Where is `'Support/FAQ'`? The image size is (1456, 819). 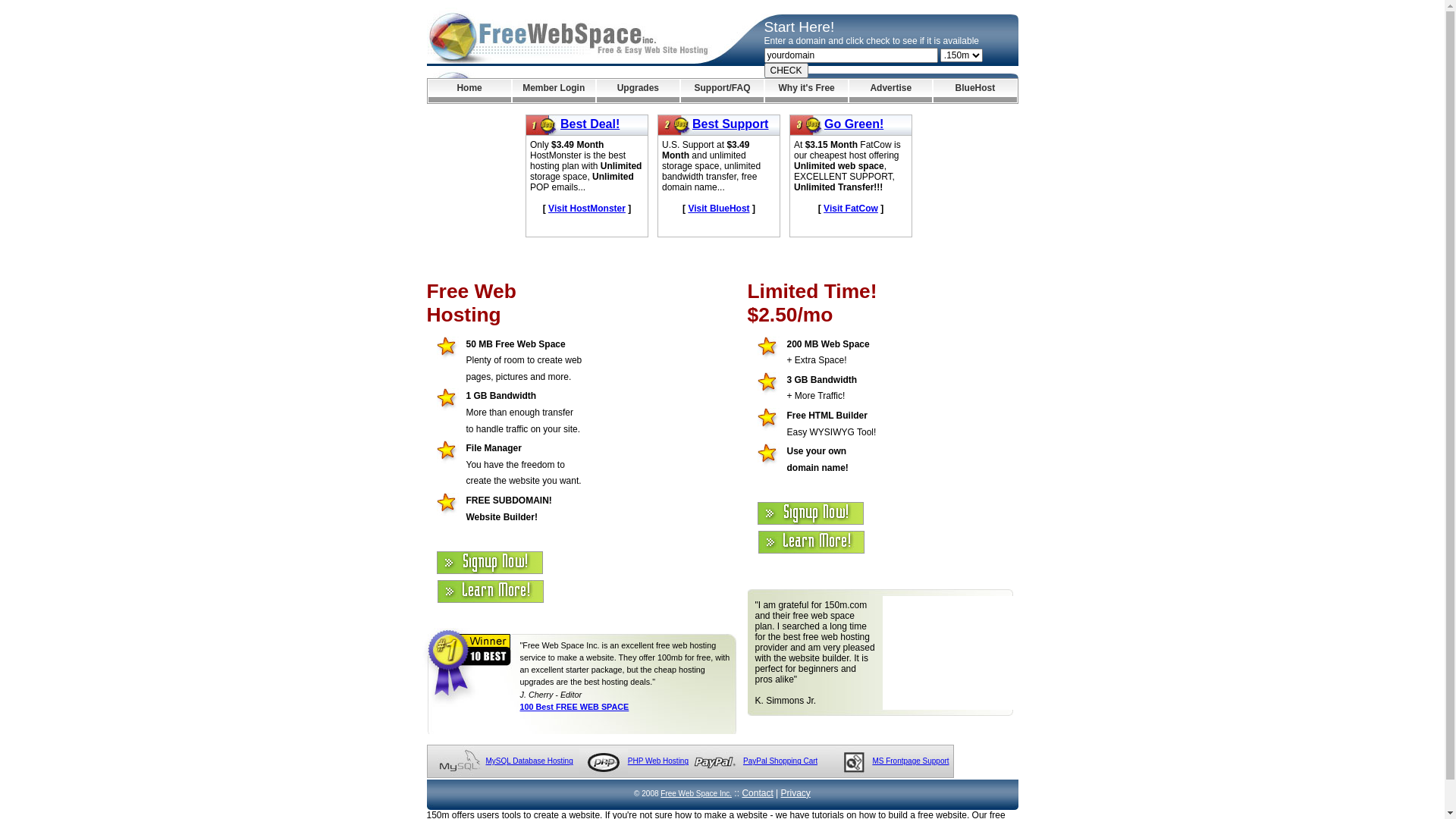 'Support/FAQ' is located at coordinates (721, 90).